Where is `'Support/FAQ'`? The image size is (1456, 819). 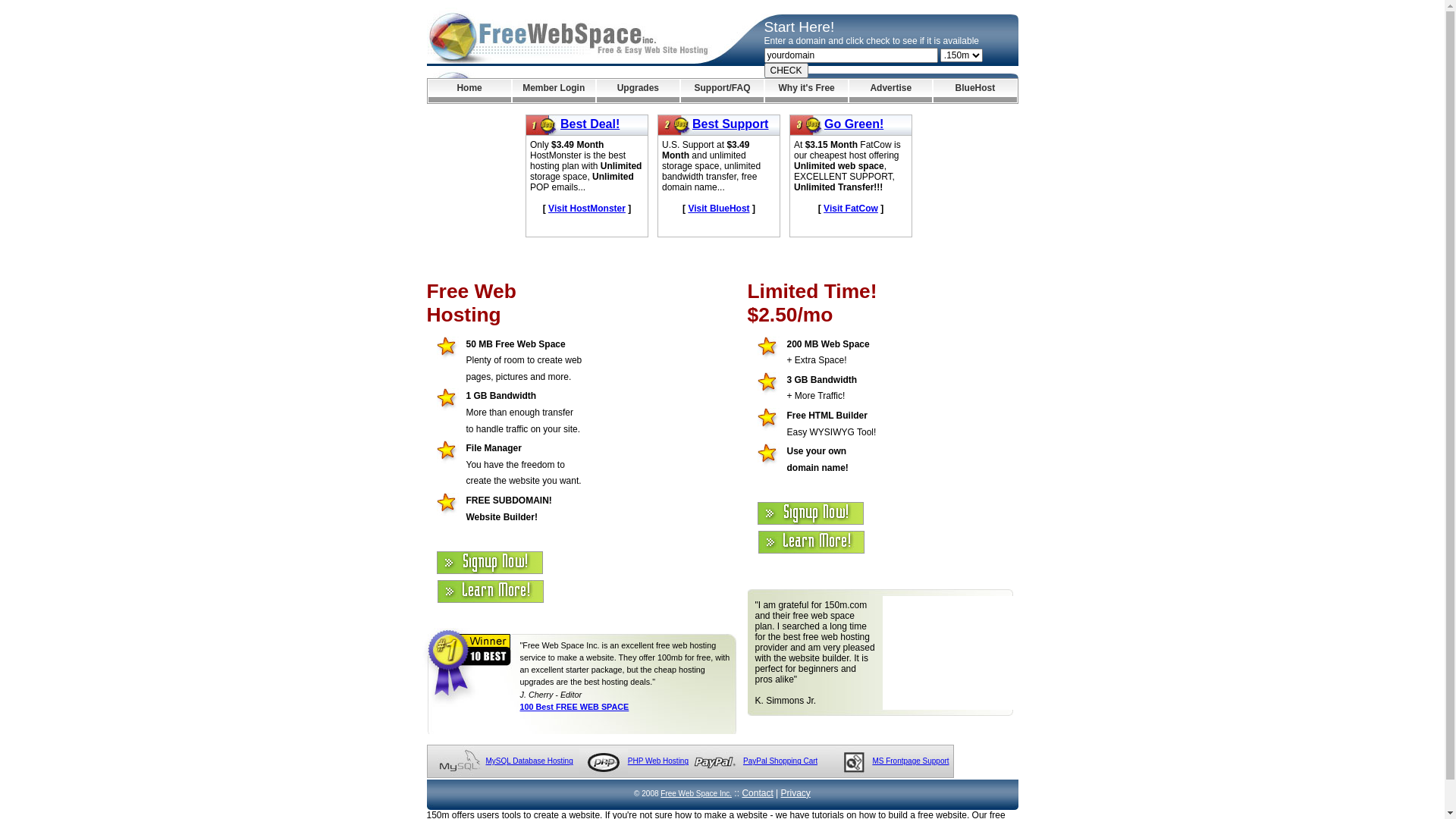 'Support/FAQ' is located at coordinates (721, 90).